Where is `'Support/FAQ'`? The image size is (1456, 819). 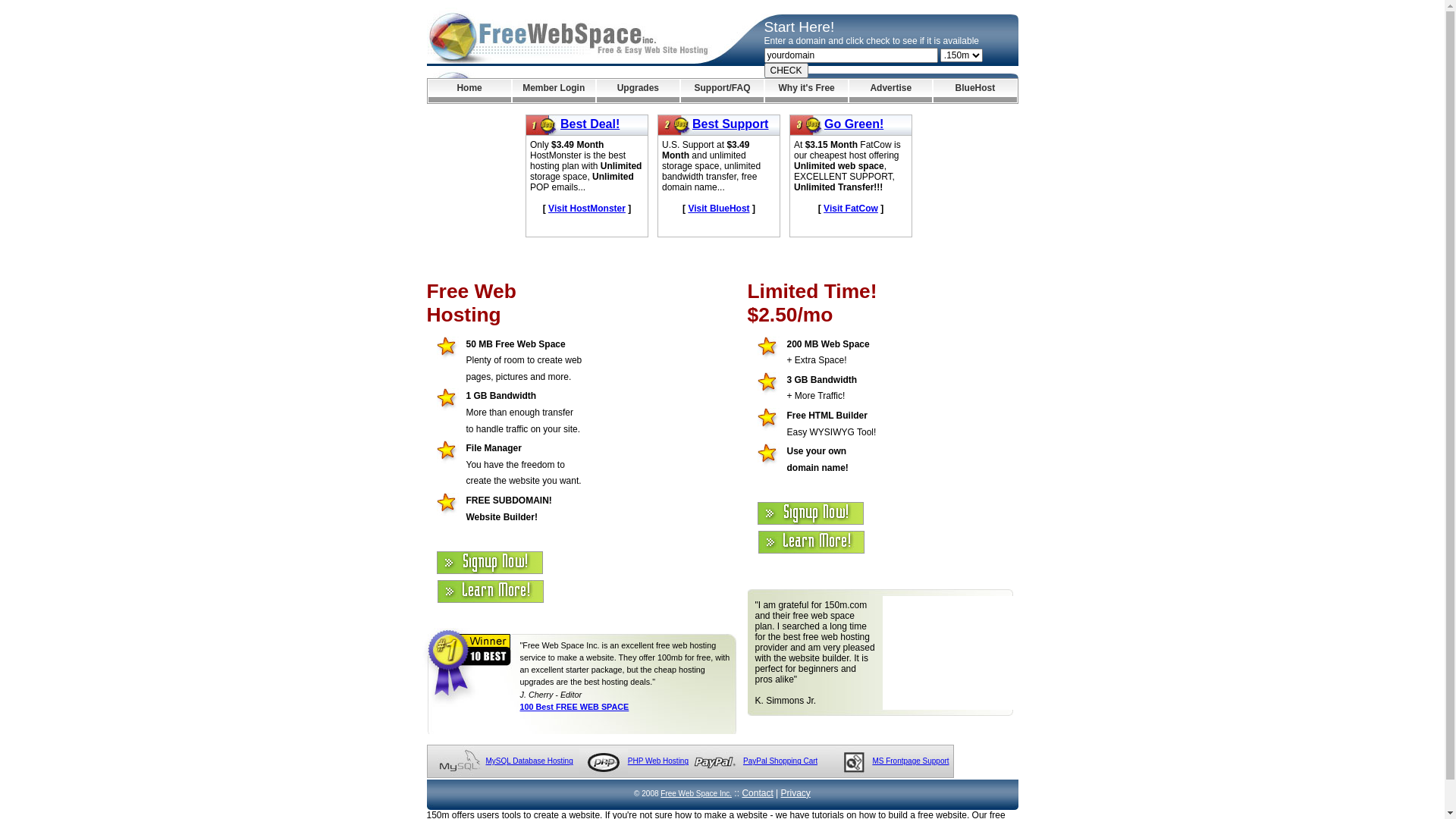 'Support/FAQ' is located at coordinates (721, 90).